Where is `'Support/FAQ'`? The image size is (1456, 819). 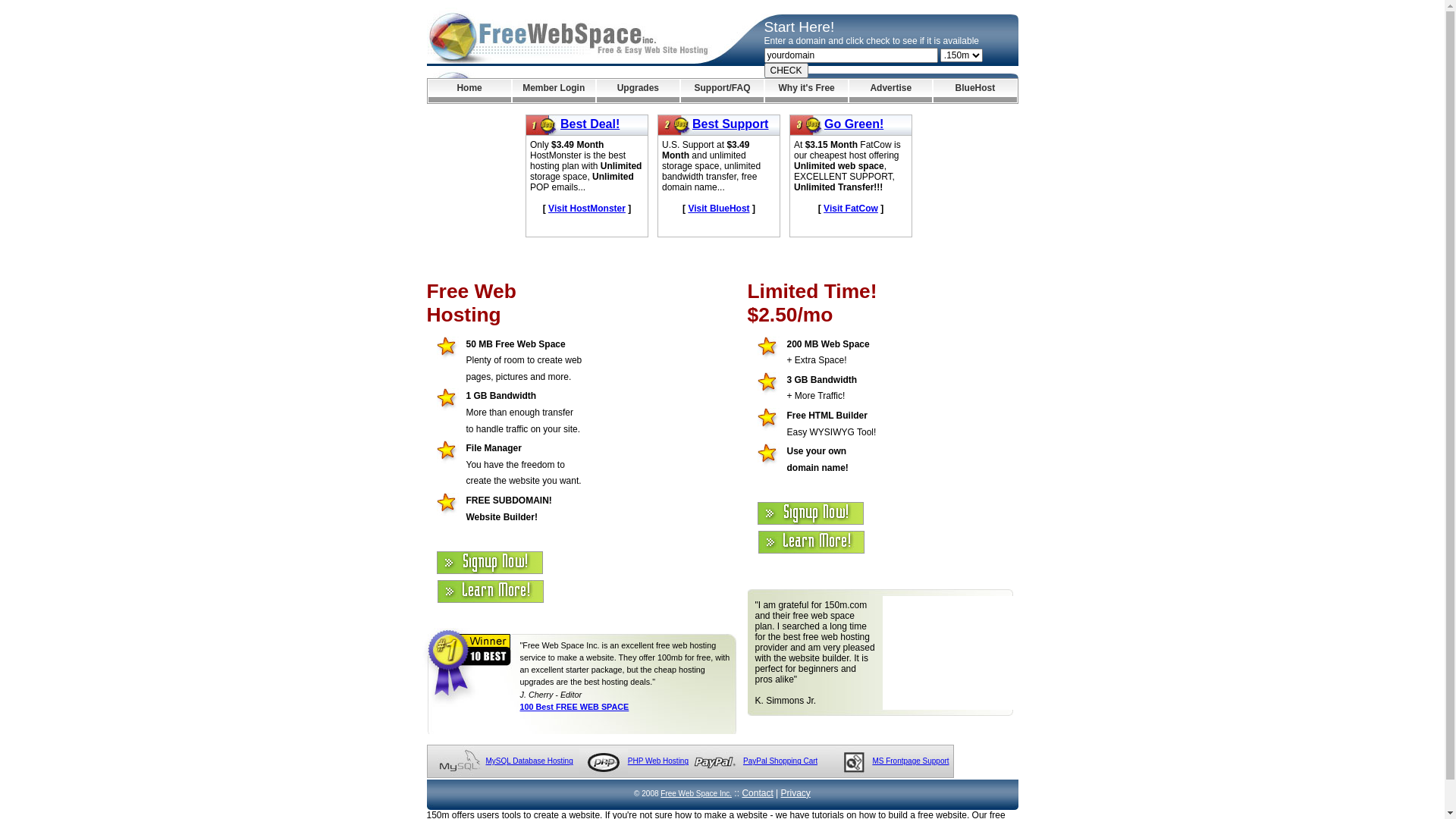 'Support/FAQ' is located at coordinates (721, 90).